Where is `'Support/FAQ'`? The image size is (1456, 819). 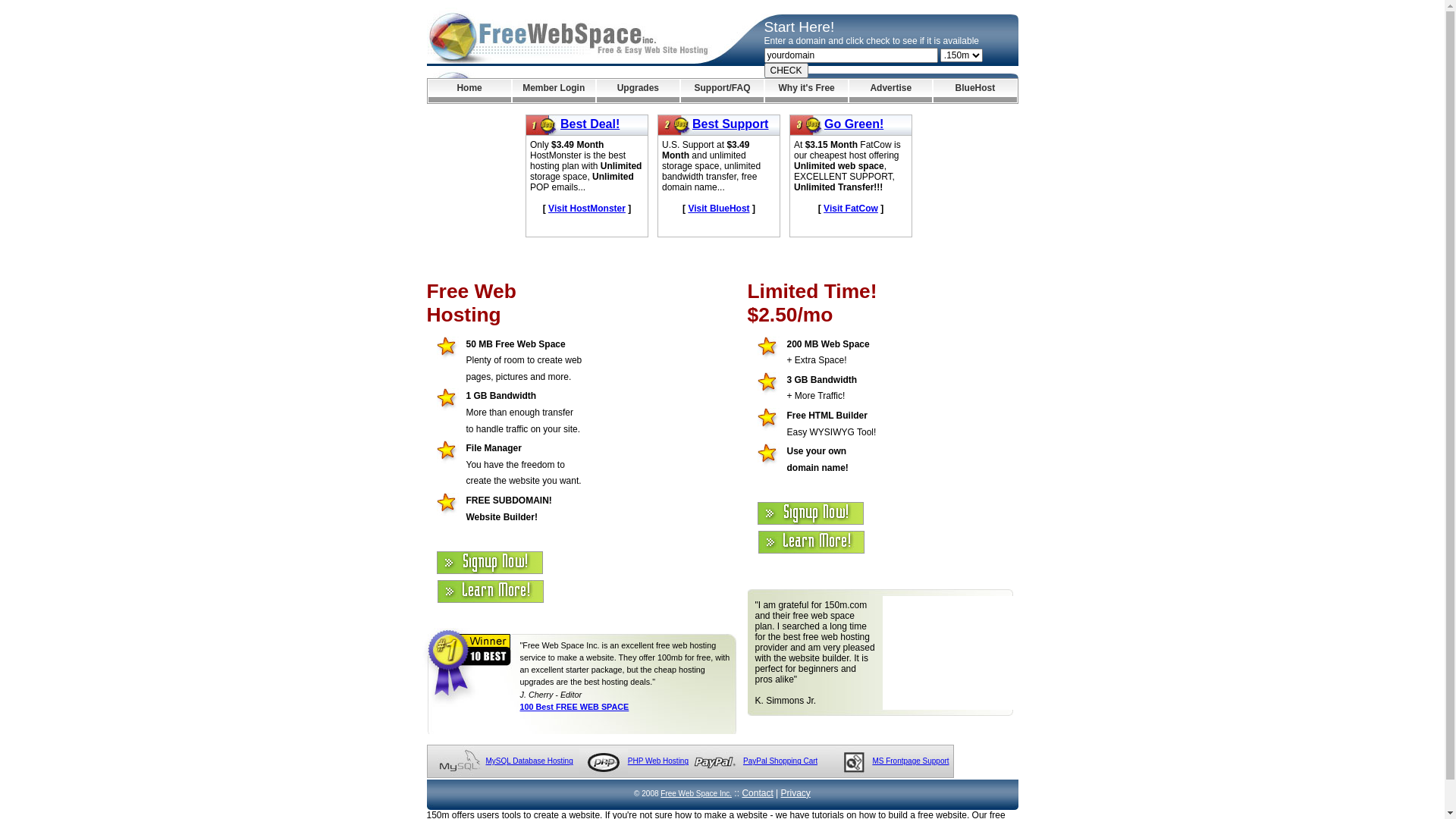 'Support/FAQ' is located at coordinates (721, 90).